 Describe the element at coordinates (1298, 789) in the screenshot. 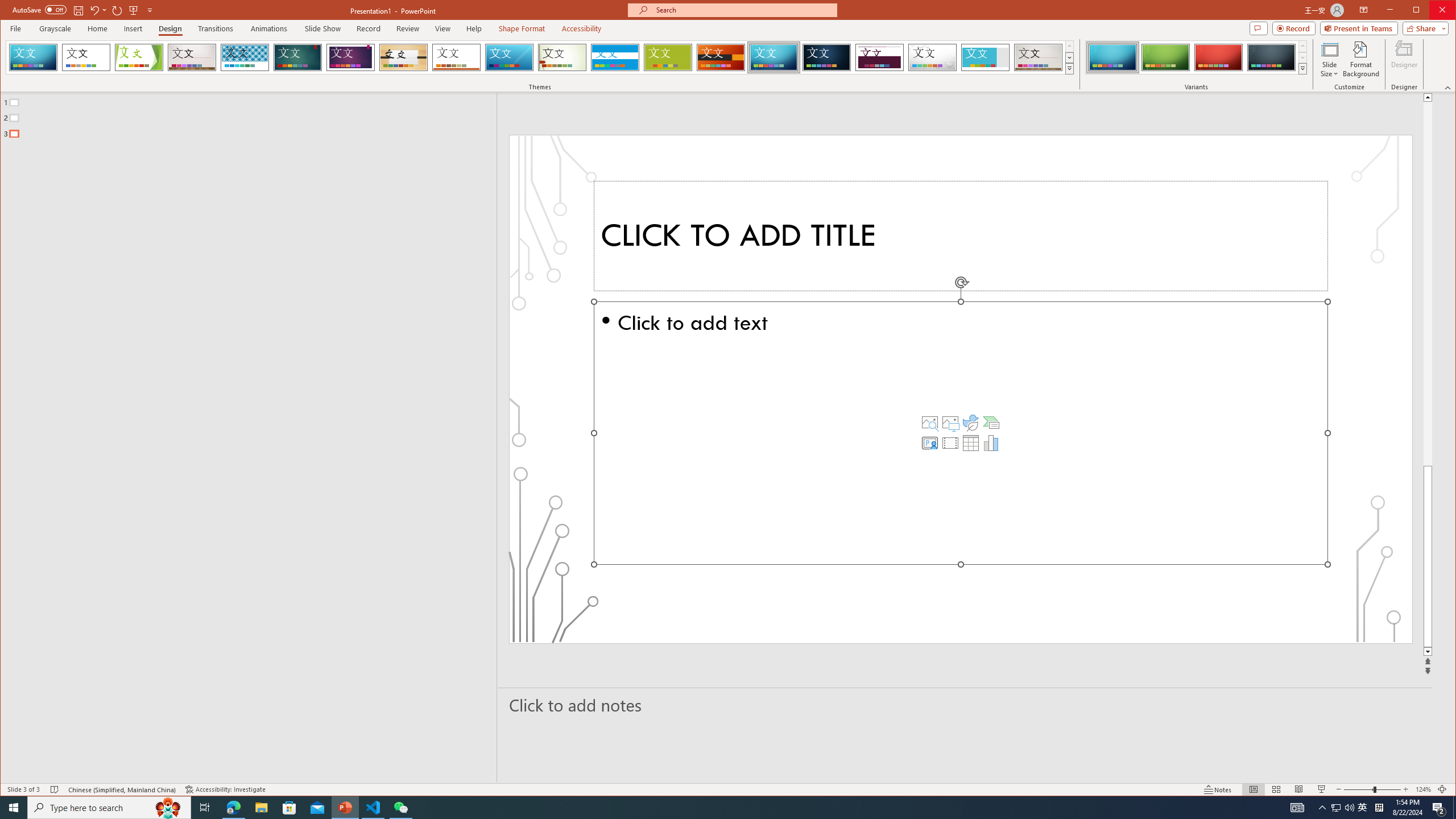

I see `'Reading View'` at that location.